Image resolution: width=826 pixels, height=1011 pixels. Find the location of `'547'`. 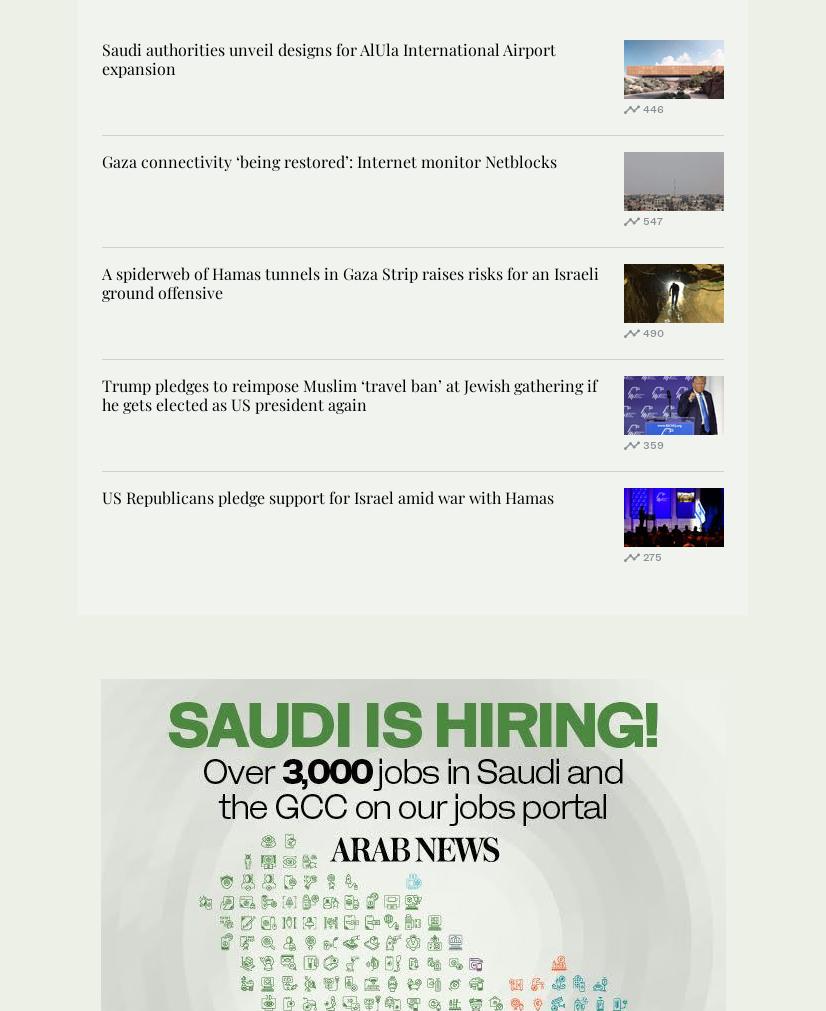

'547' is located at coordinates (642, 219).